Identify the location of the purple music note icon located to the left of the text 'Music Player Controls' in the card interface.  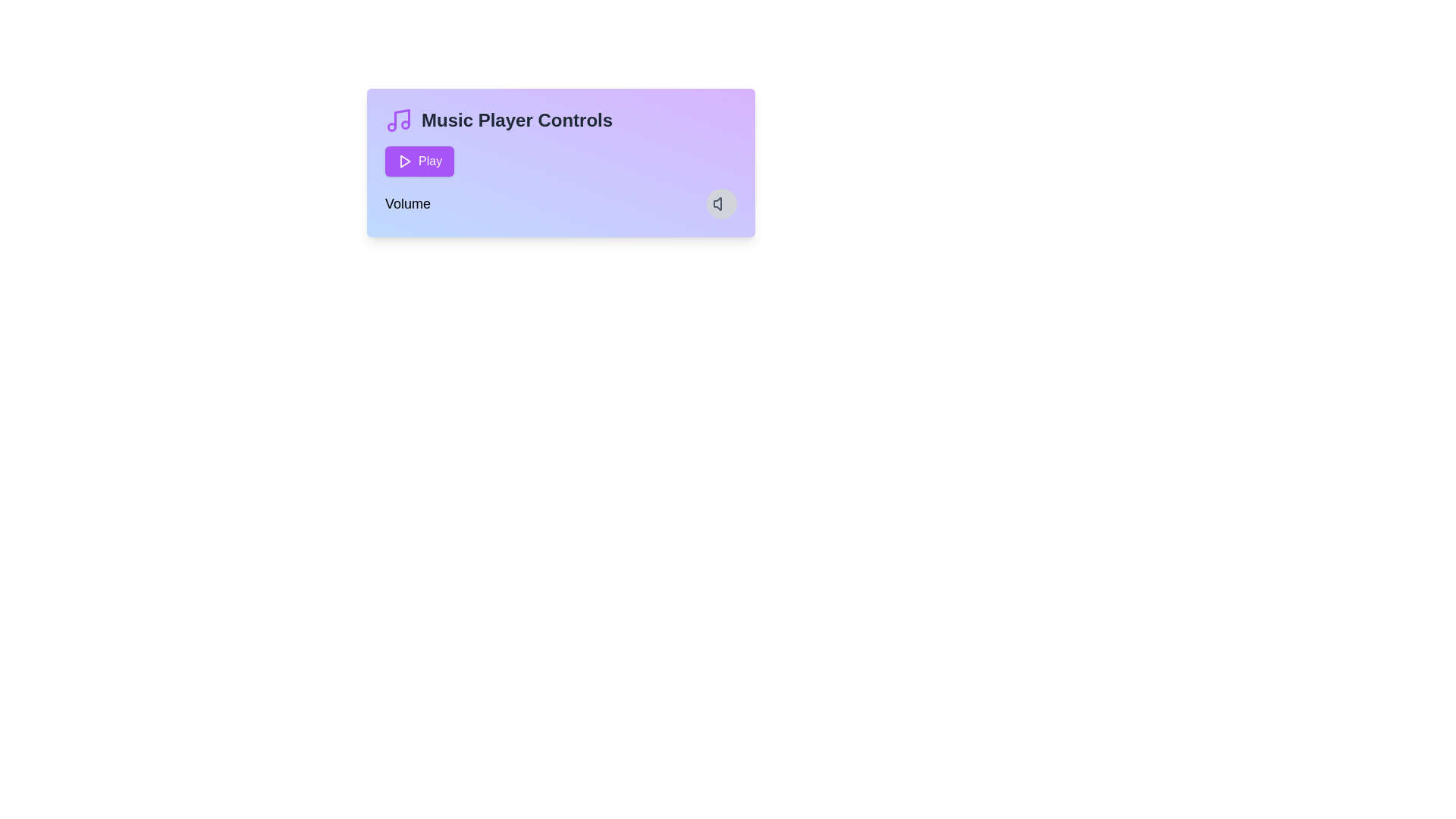
(399, 119).